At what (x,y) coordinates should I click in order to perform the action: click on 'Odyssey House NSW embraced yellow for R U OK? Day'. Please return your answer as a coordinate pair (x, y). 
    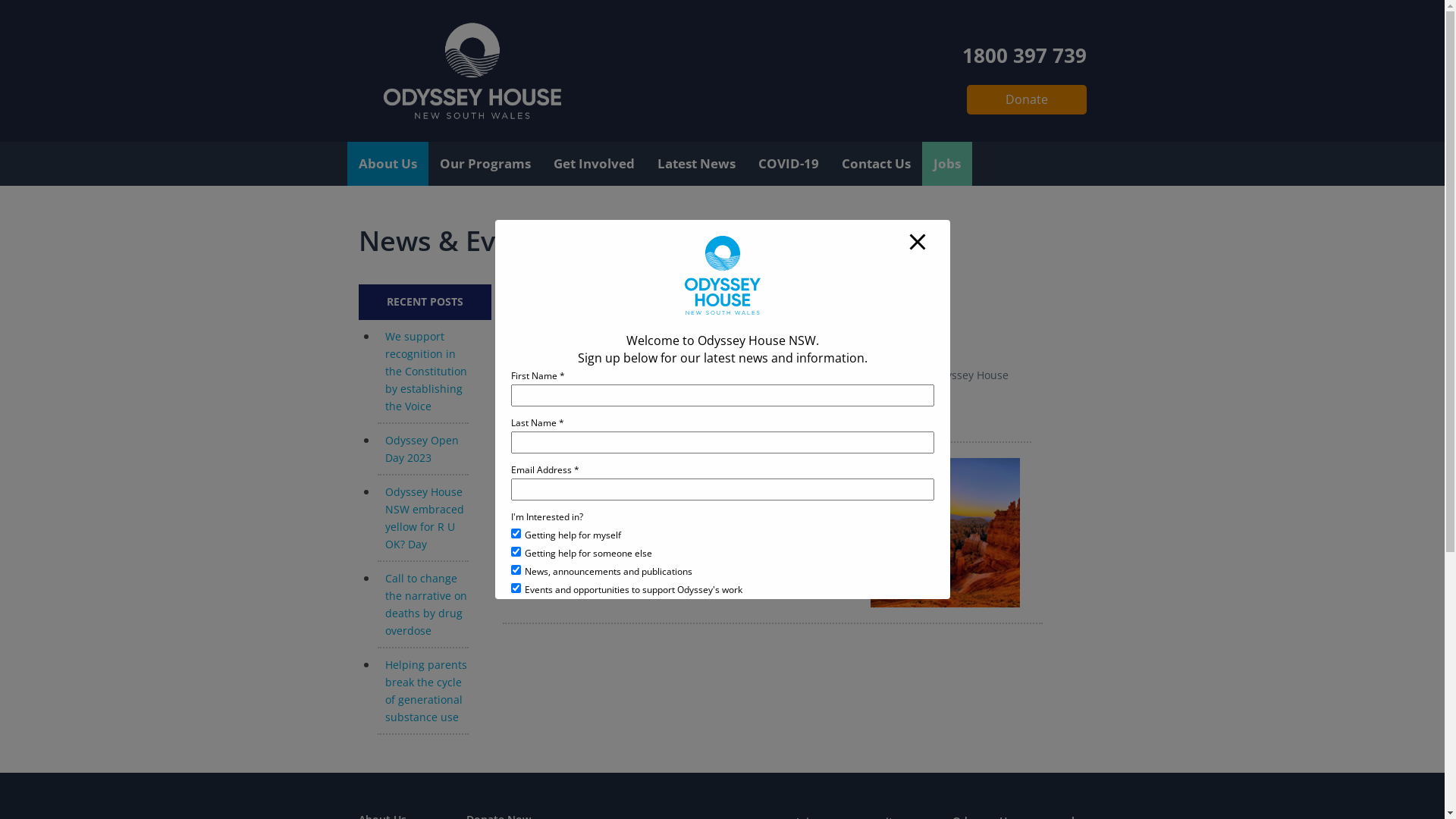
    Looking at the image, I should click on (425, 516).